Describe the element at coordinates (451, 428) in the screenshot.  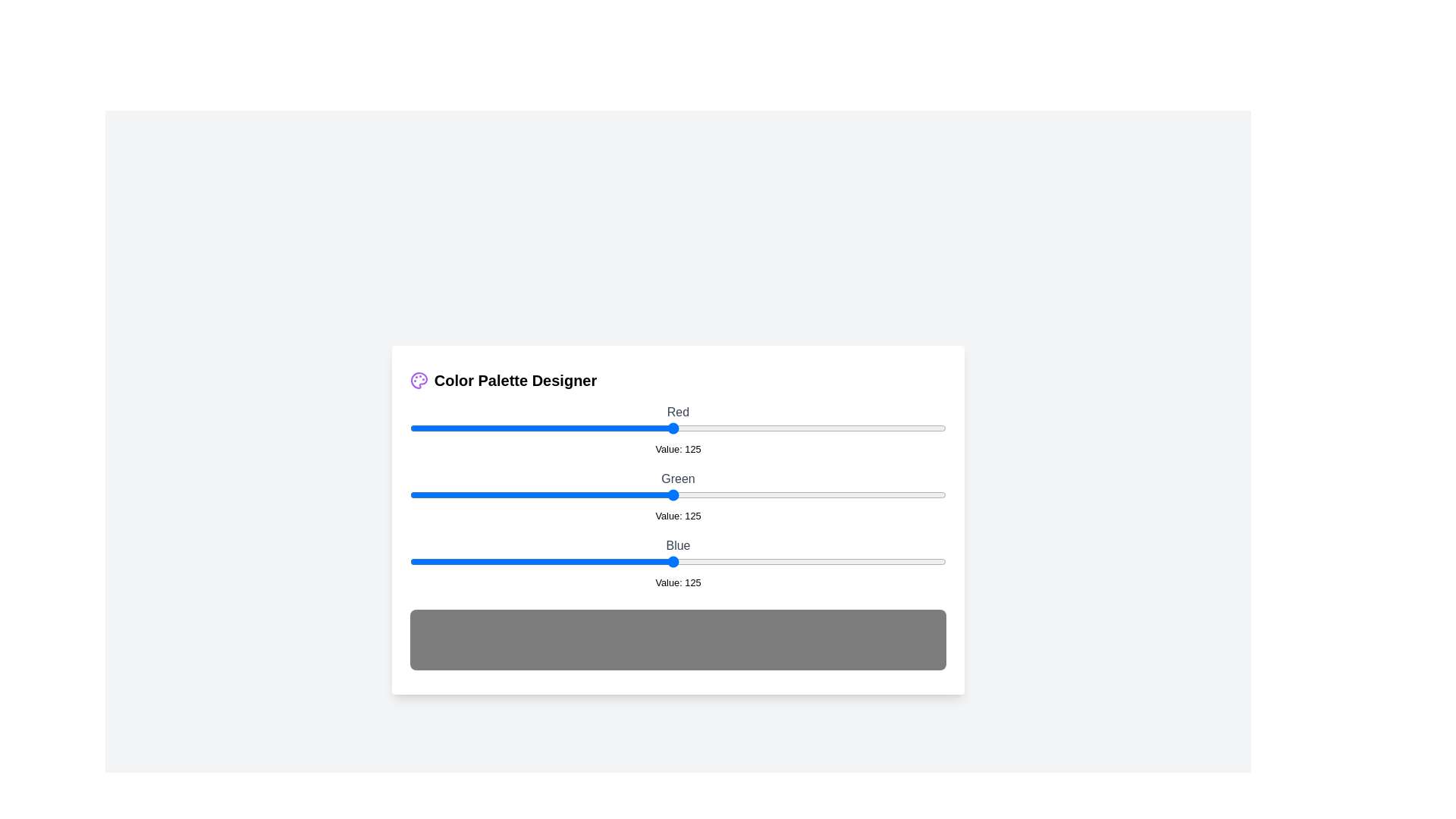
I see `the 0 slider to 20 to observe the updated color preview` at that location.